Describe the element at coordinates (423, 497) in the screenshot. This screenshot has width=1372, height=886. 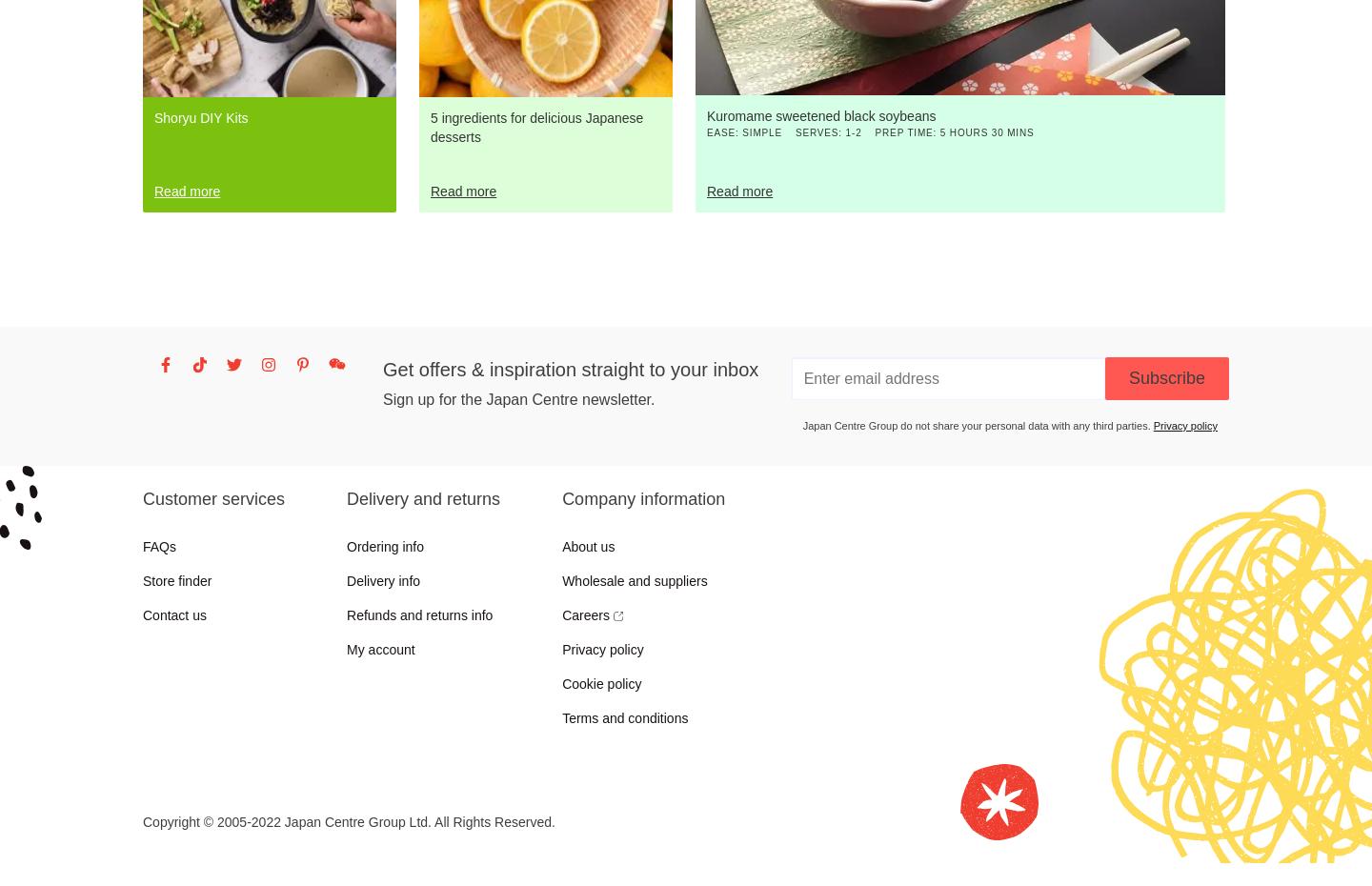
I see `'Delivery and returns'` at that location.